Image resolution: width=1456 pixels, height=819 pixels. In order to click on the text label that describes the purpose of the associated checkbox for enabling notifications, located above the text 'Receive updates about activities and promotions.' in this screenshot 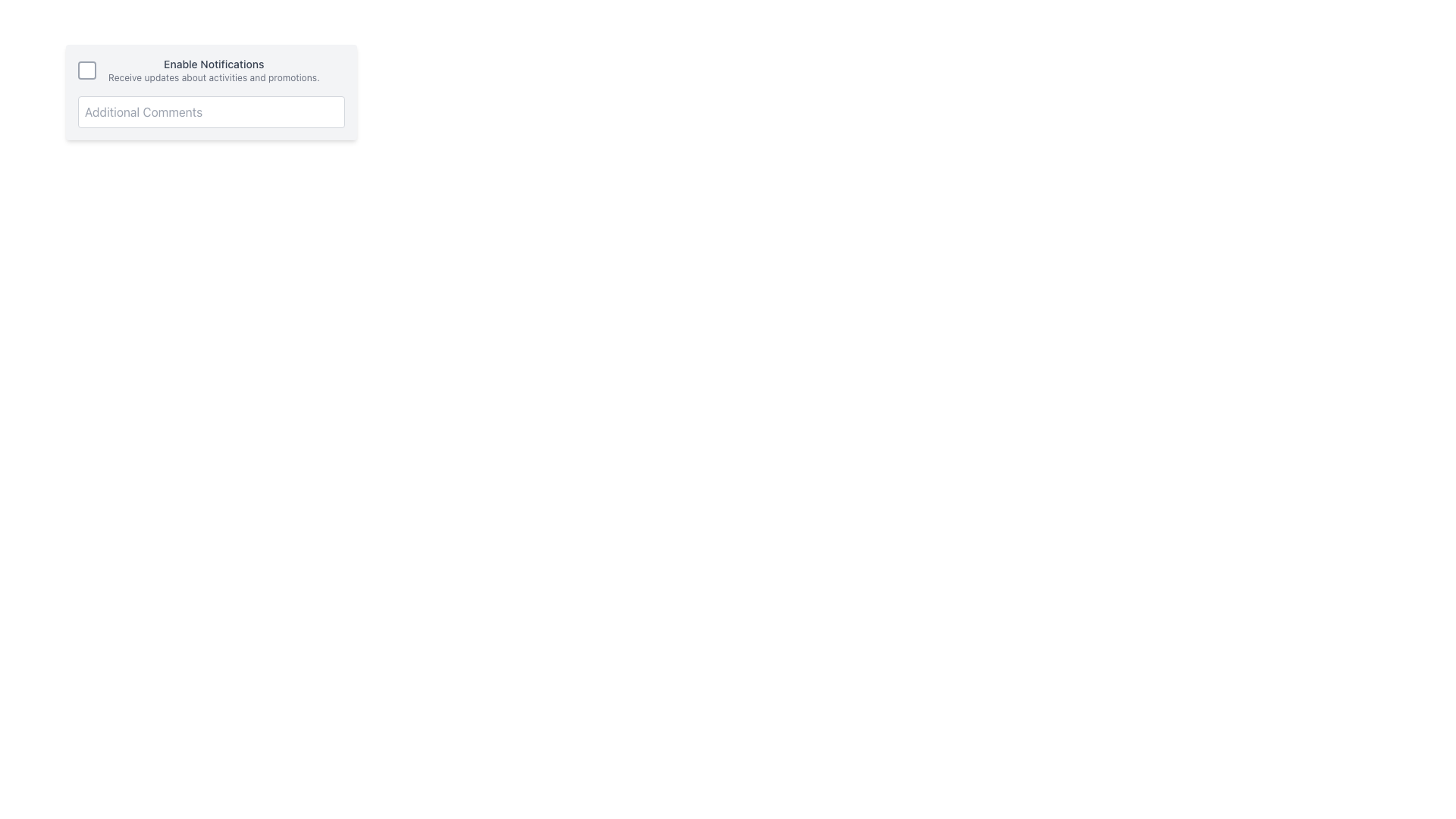, I will do `click(213, 63)`.